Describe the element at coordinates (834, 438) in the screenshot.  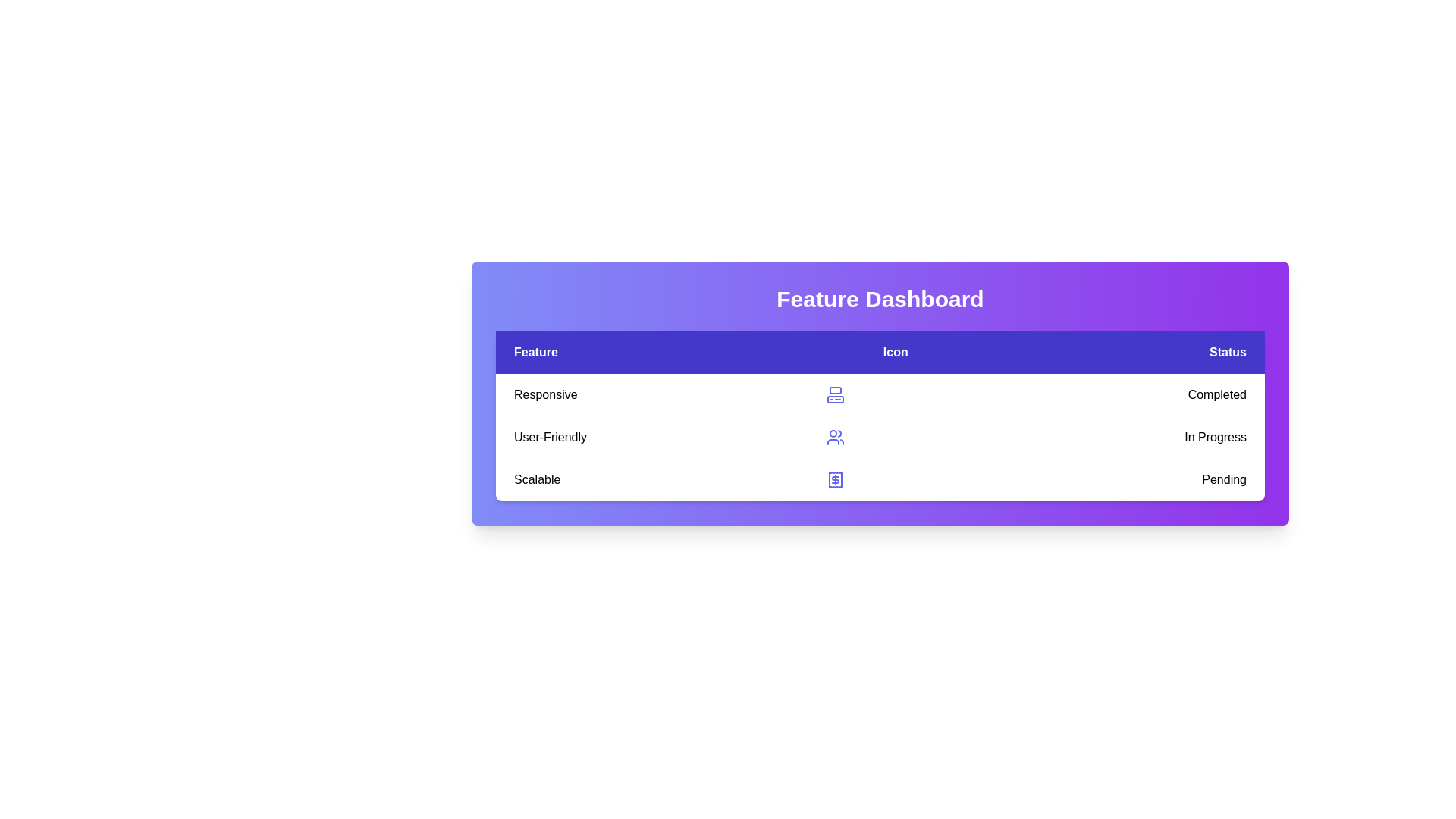
I see `the 'User-Friendly' icon located in the second row of the 'Icon' column in the 'Feature Dashboard' table` at that location.